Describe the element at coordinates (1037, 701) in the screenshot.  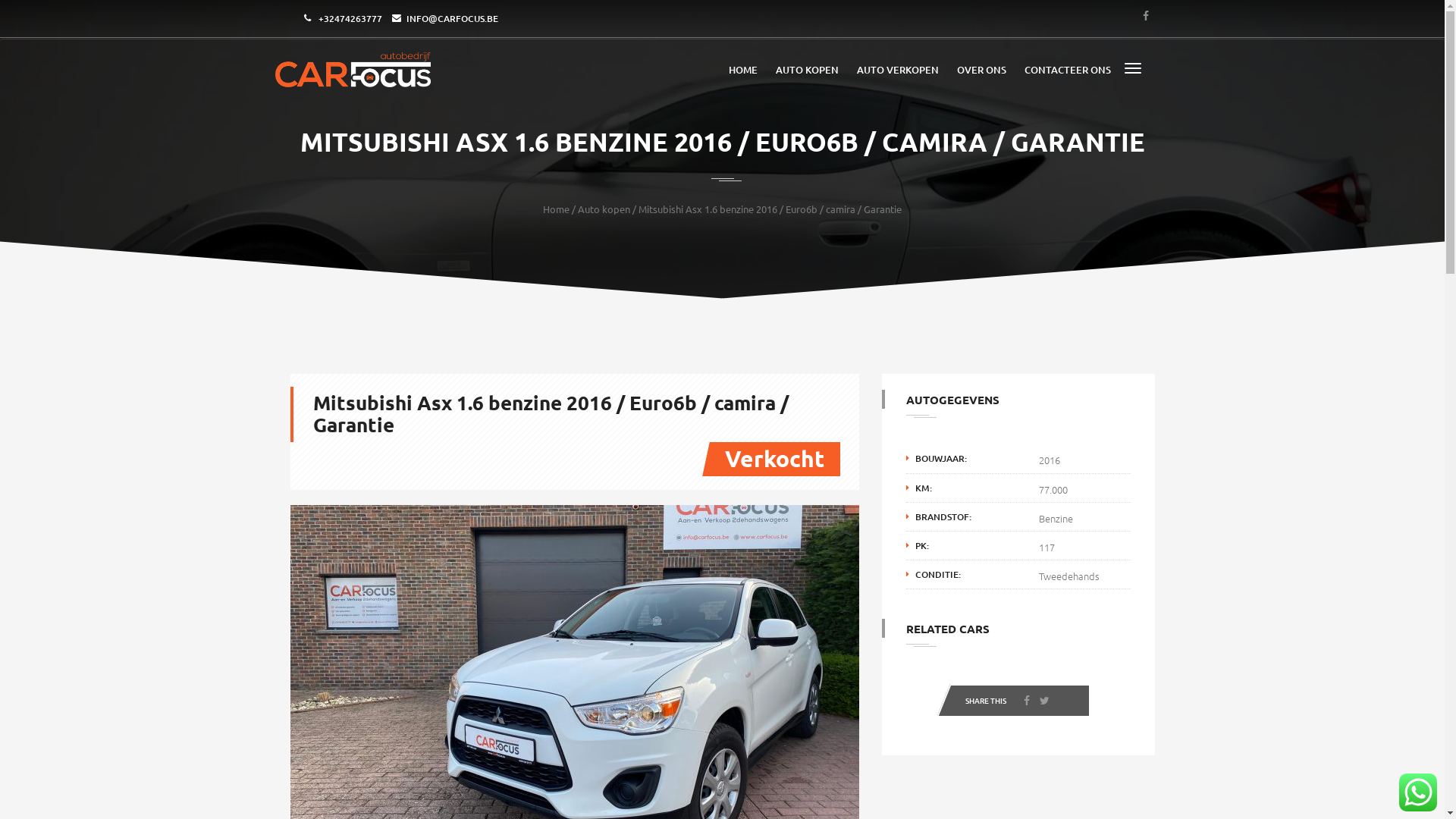
I see `'Twitter'` at that location.